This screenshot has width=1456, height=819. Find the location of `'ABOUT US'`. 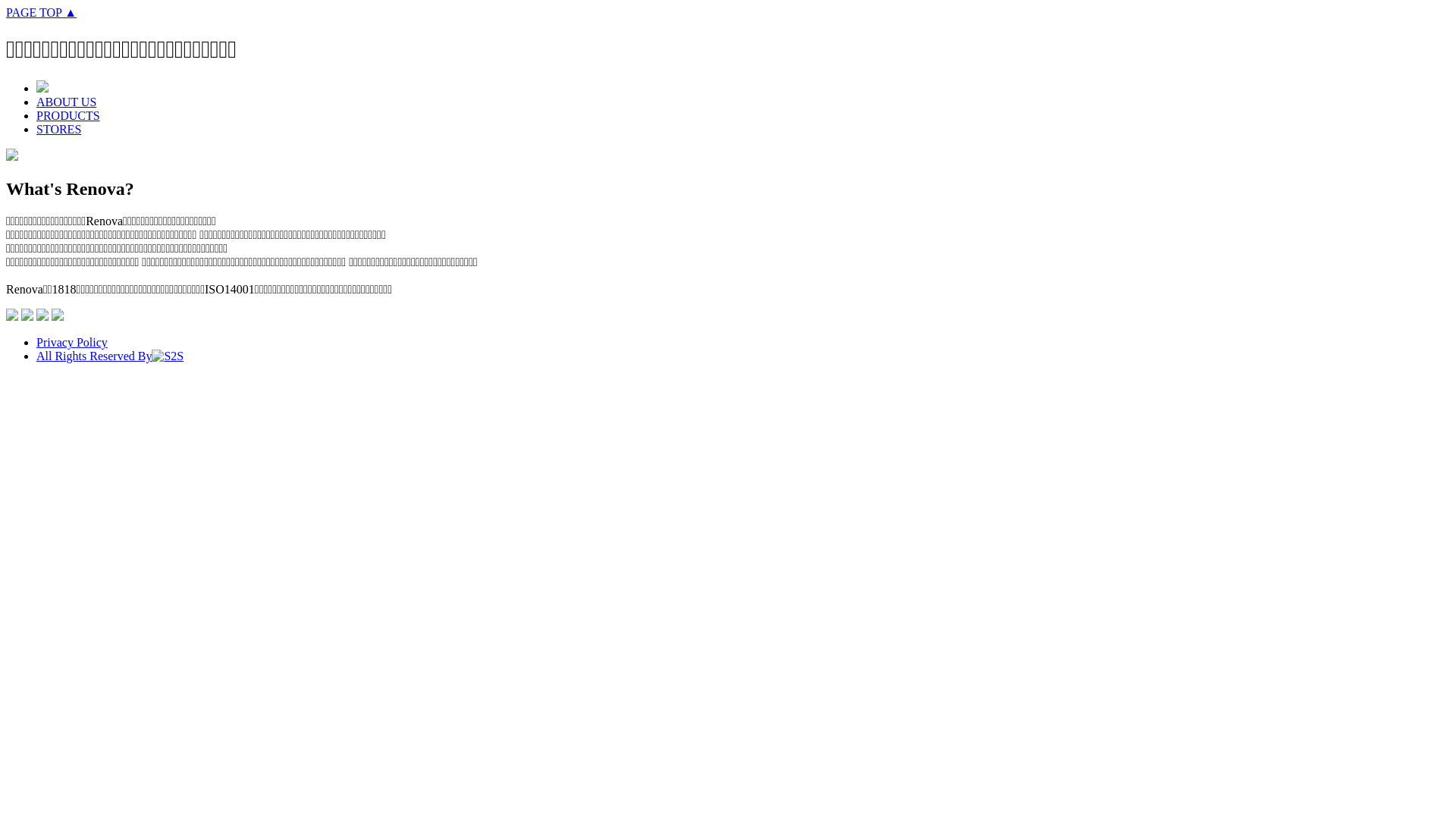

'ABOUT US' is located at coordinates (65, 102).